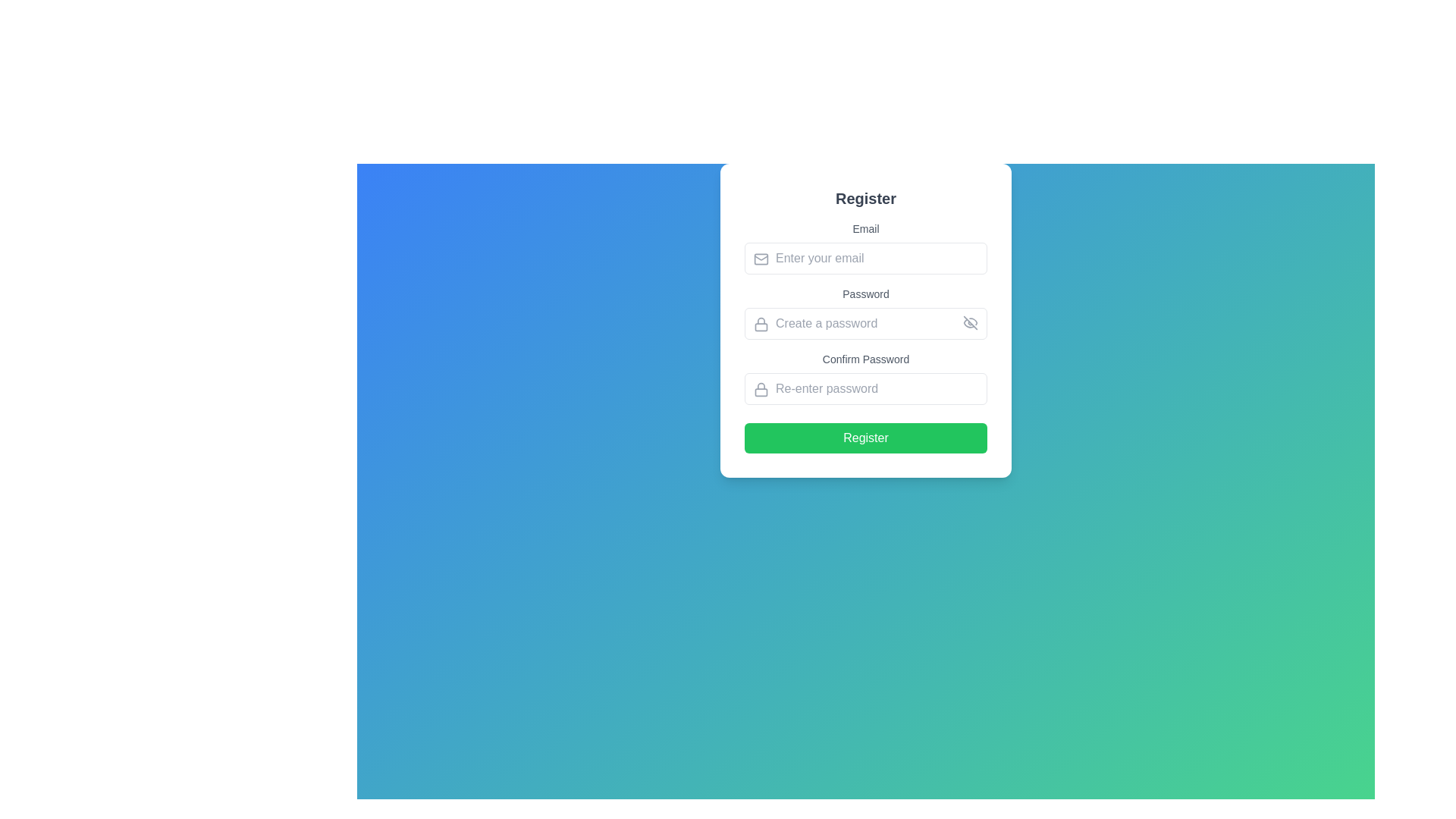 Image resolution: width=1456 pixels, height=819 pixels. Describe the element at coordinates (761, 324) in the screenshot. I see `the minimalist gray lock icon located to the left of the 'Create a password' input field` at that location.